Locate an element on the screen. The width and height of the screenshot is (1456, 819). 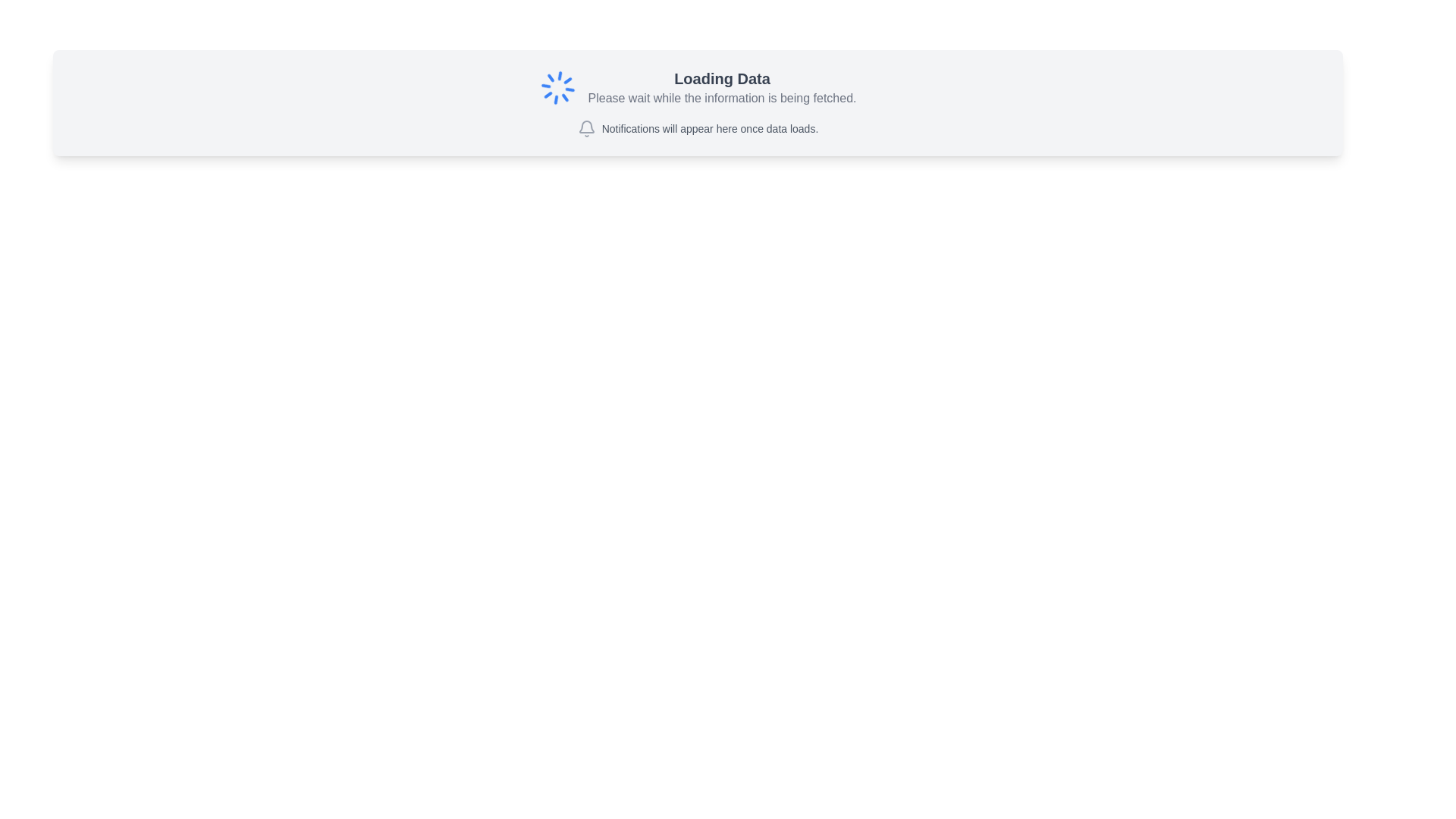
the notification placeholder element that displays the message 'Notifications will appear here once data loads' along with a gray bell icon, located beneath the title 'Loading Data' is located at coordinates (697, 127).